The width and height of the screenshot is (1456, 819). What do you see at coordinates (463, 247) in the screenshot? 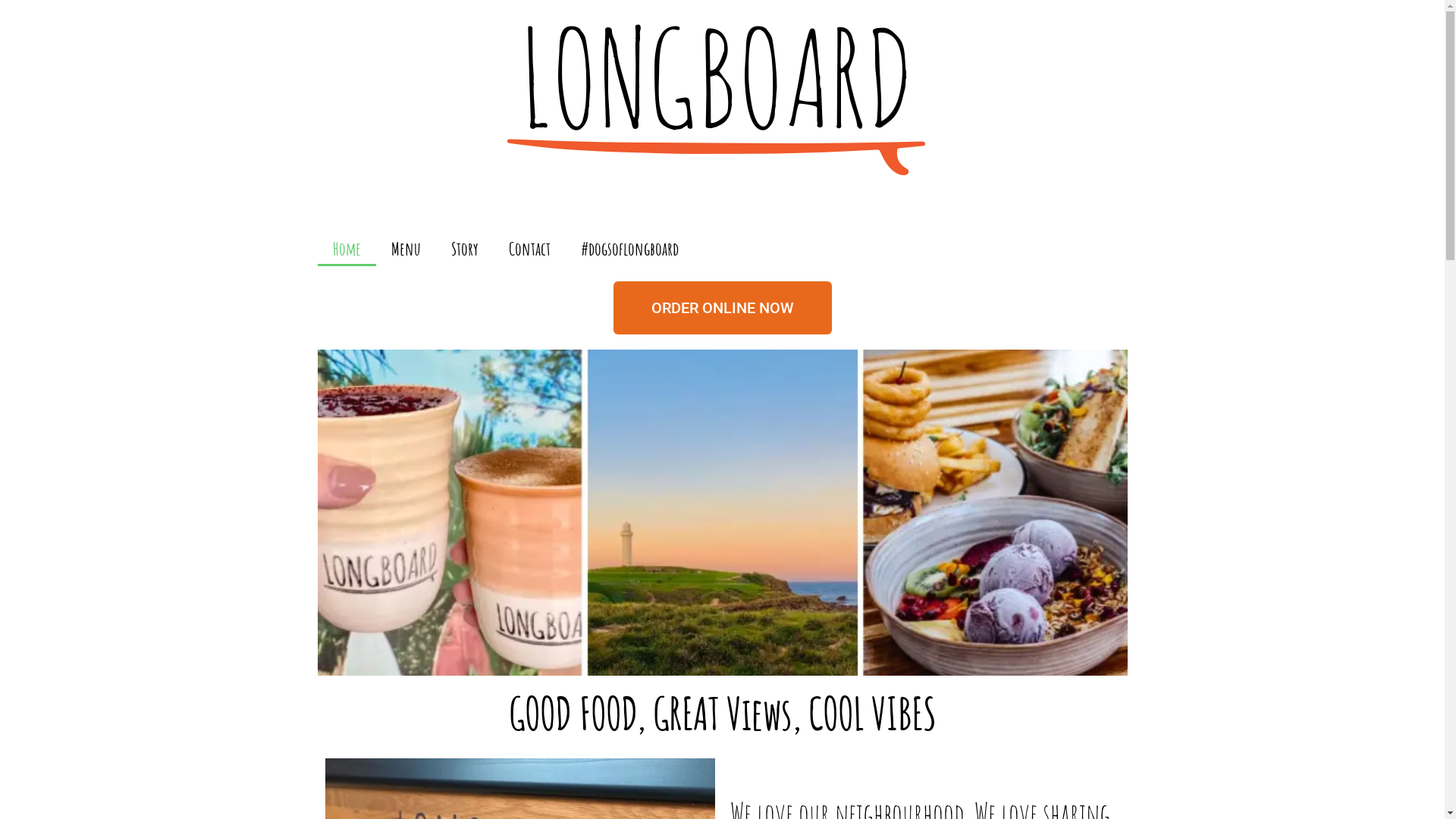
I see `'Story'` at bounding box center [463, 247].